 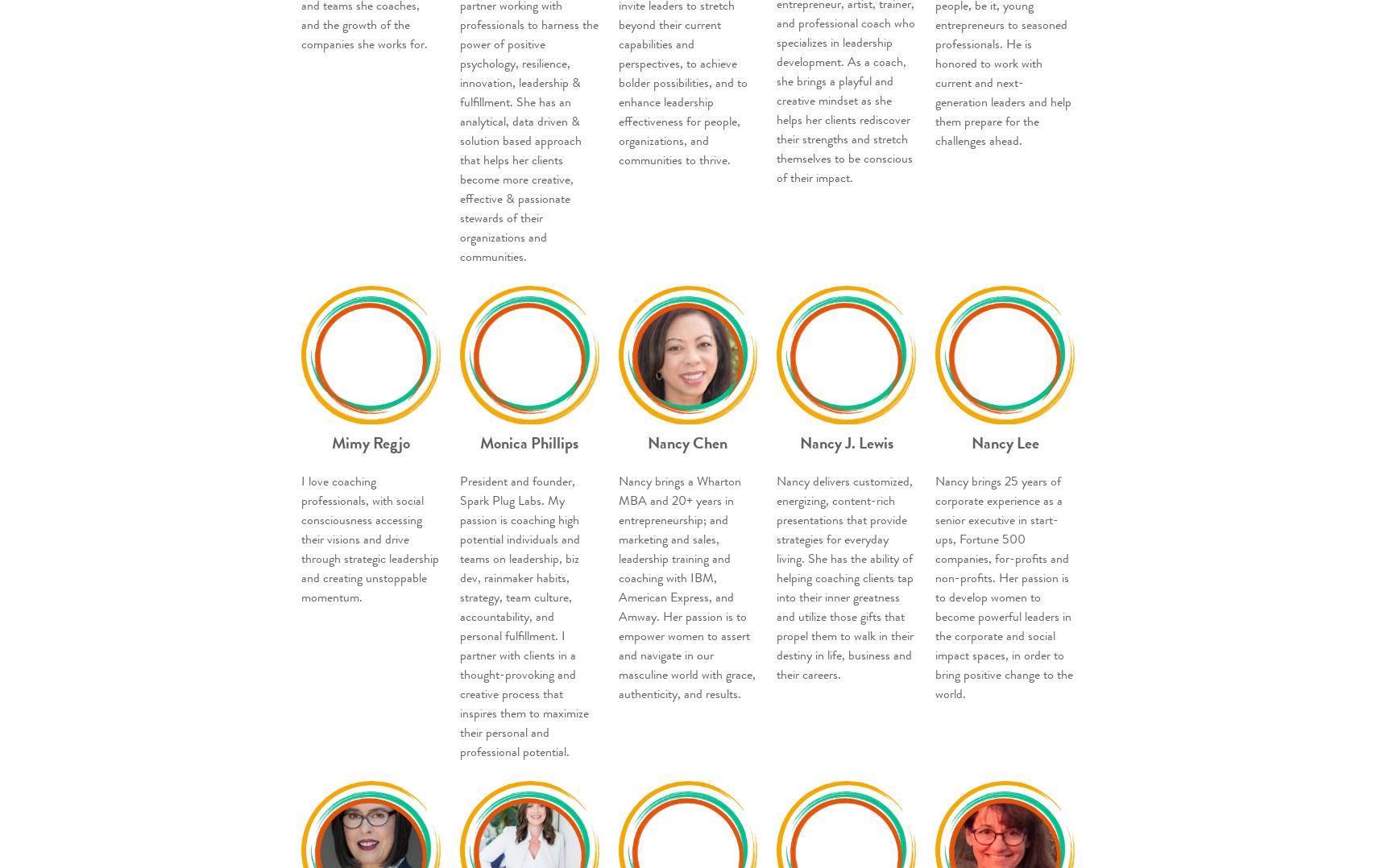 I want to click on 'Mimy Regjo', so click(x=370, y=441).